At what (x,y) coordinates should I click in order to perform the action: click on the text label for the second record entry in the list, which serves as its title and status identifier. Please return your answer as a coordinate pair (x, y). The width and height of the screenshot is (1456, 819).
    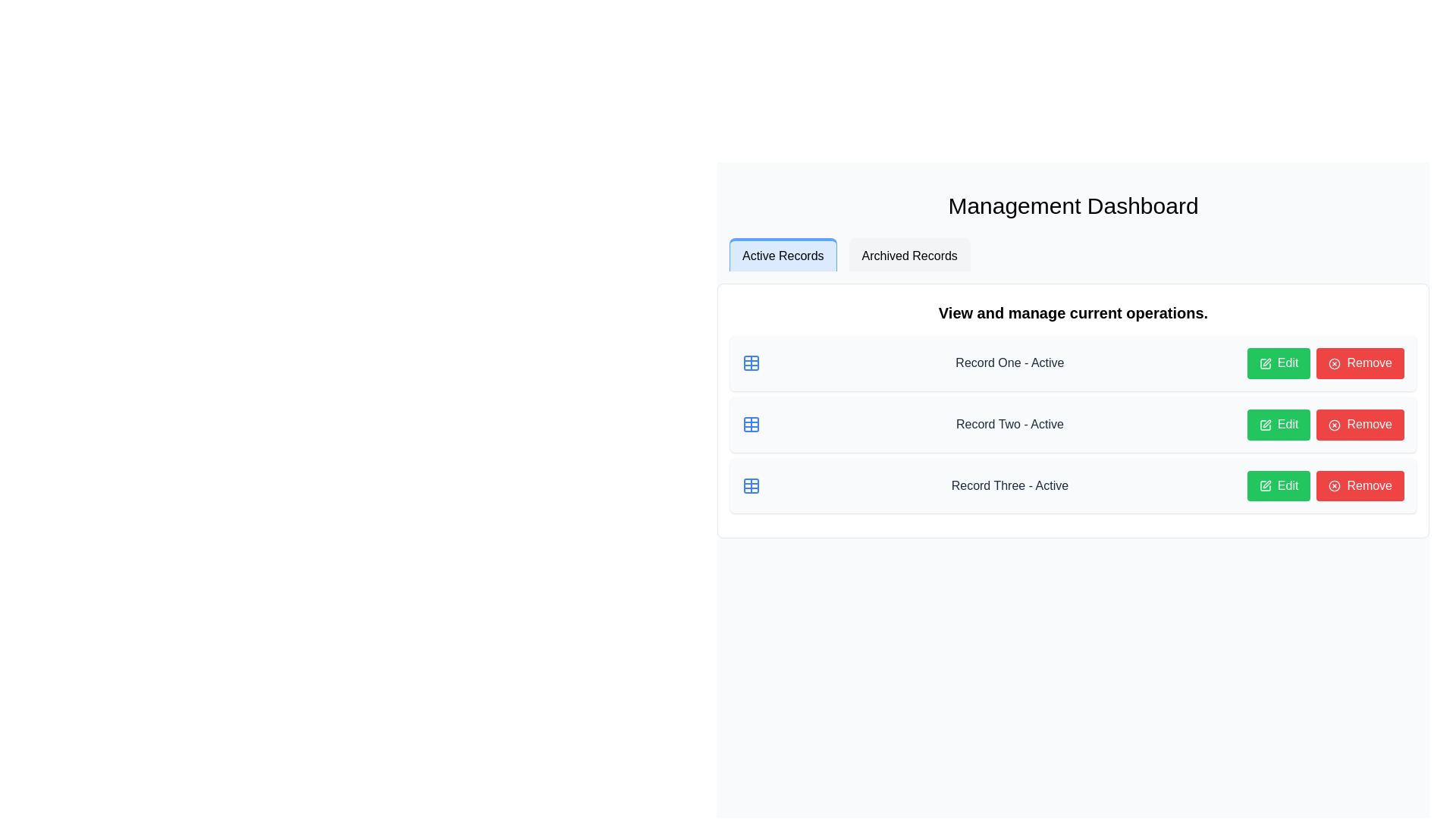
    Looking at the image, I should click on (1009, 425).